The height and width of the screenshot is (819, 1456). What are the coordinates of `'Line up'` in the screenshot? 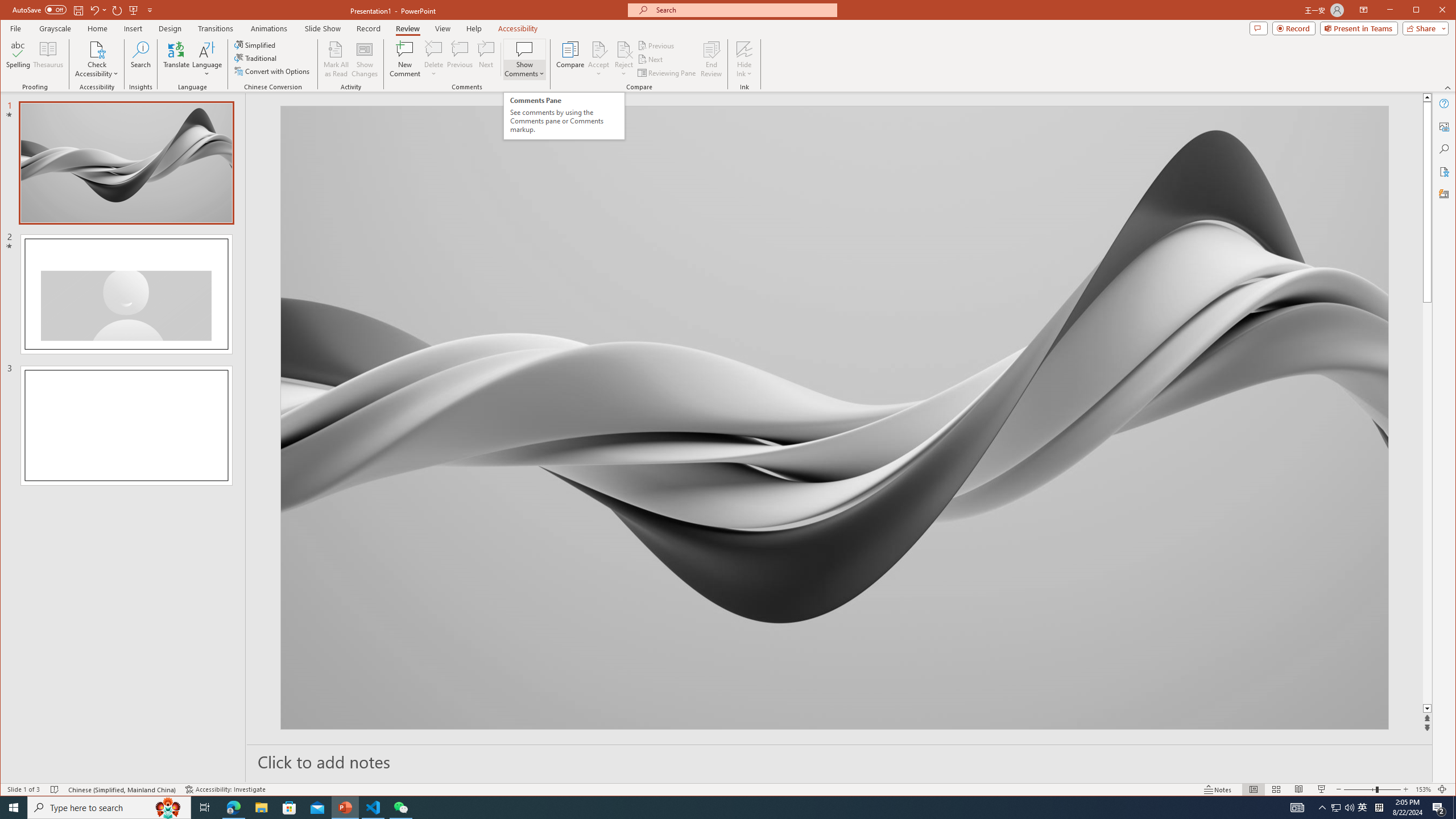 It's located at (1428, 96).